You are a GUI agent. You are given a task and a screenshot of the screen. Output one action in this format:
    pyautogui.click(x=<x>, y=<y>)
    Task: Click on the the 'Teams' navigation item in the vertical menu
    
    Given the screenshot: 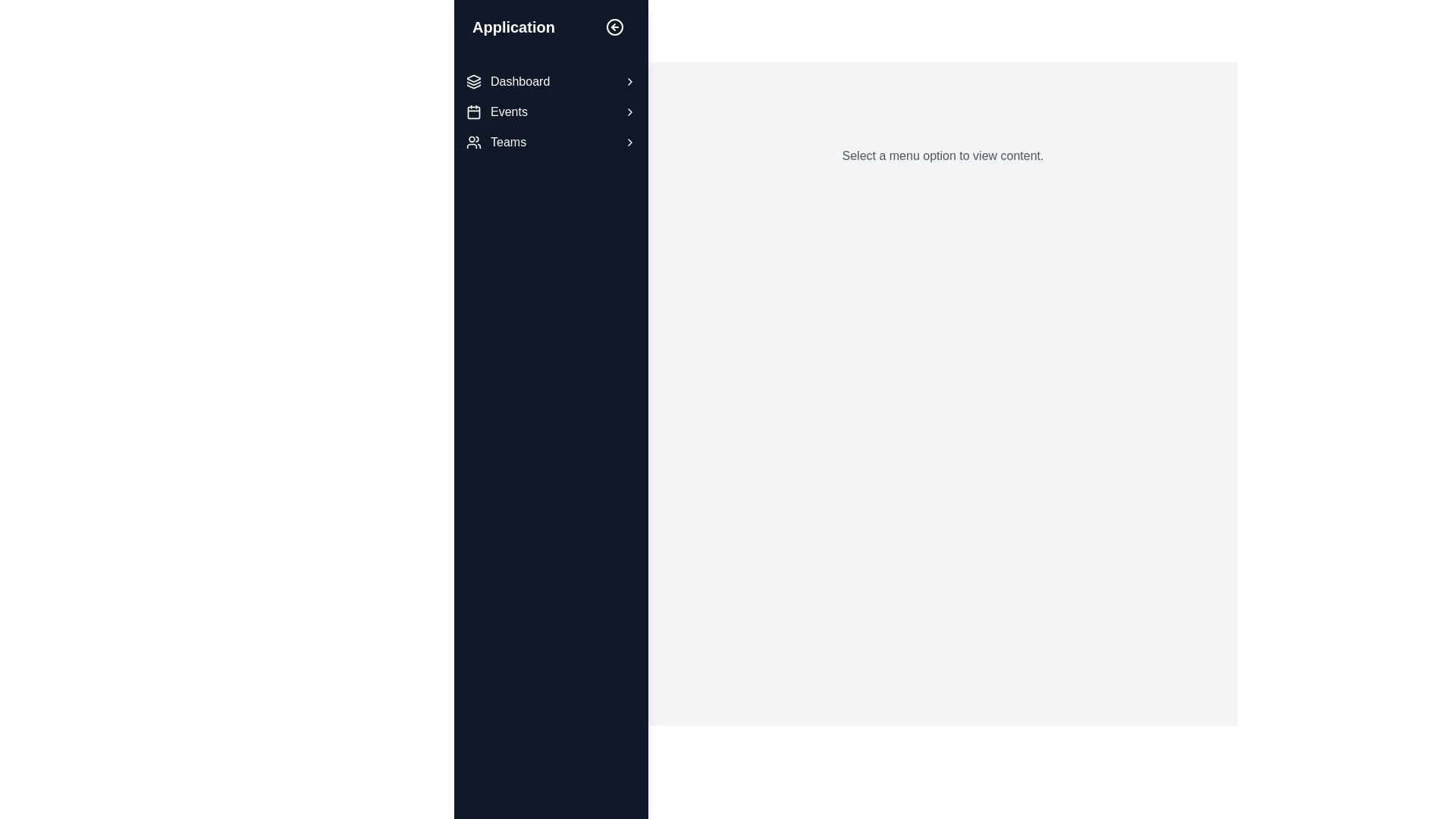 What is the action you would take?
    pyautogui.click(x=496, y=143)
    